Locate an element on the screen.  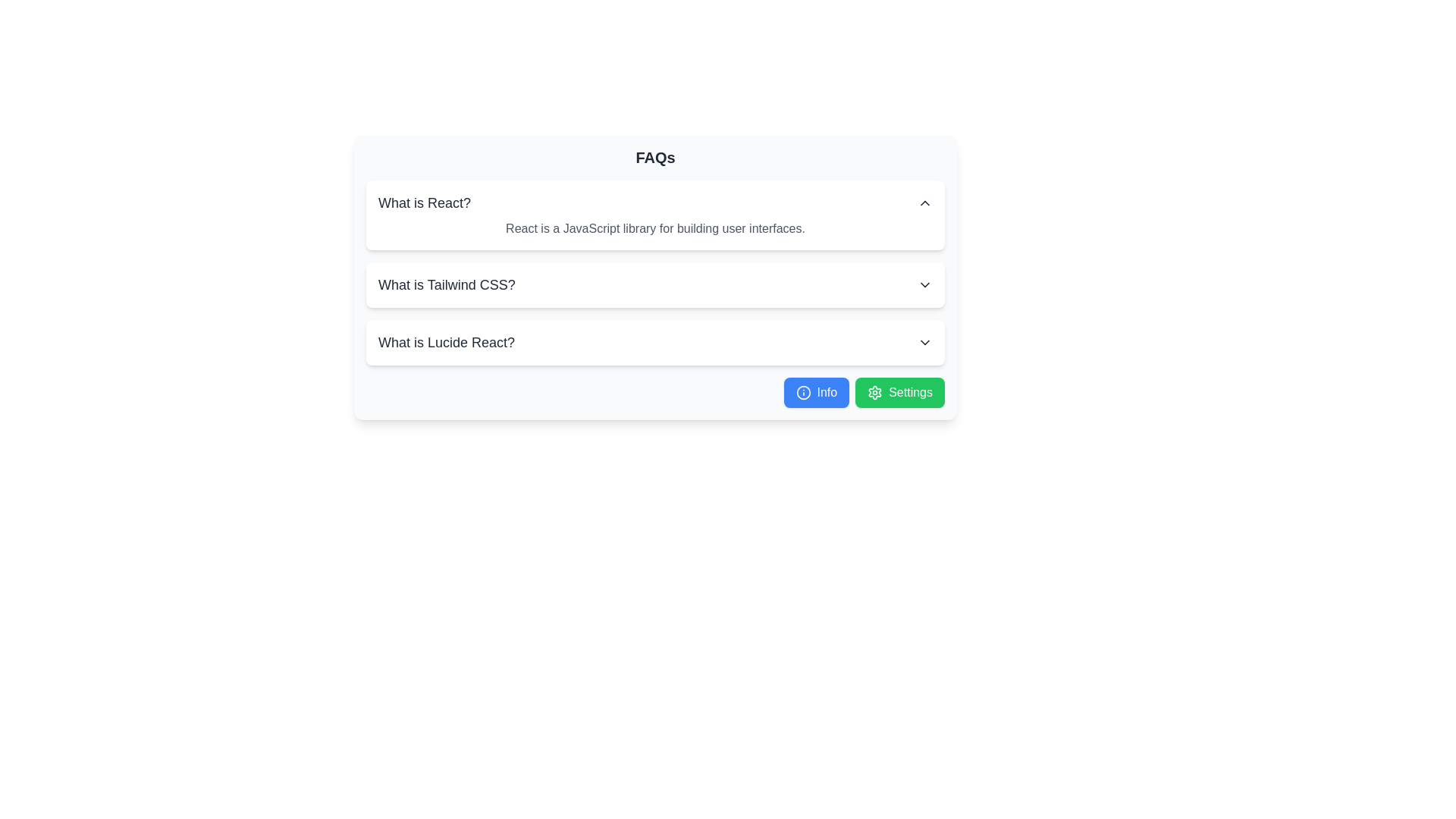
the static text label that reads 'What is Lucide React?' in bold black font, which is the primary label of the third item in the FAQ section is located at coordinates (446, 342).